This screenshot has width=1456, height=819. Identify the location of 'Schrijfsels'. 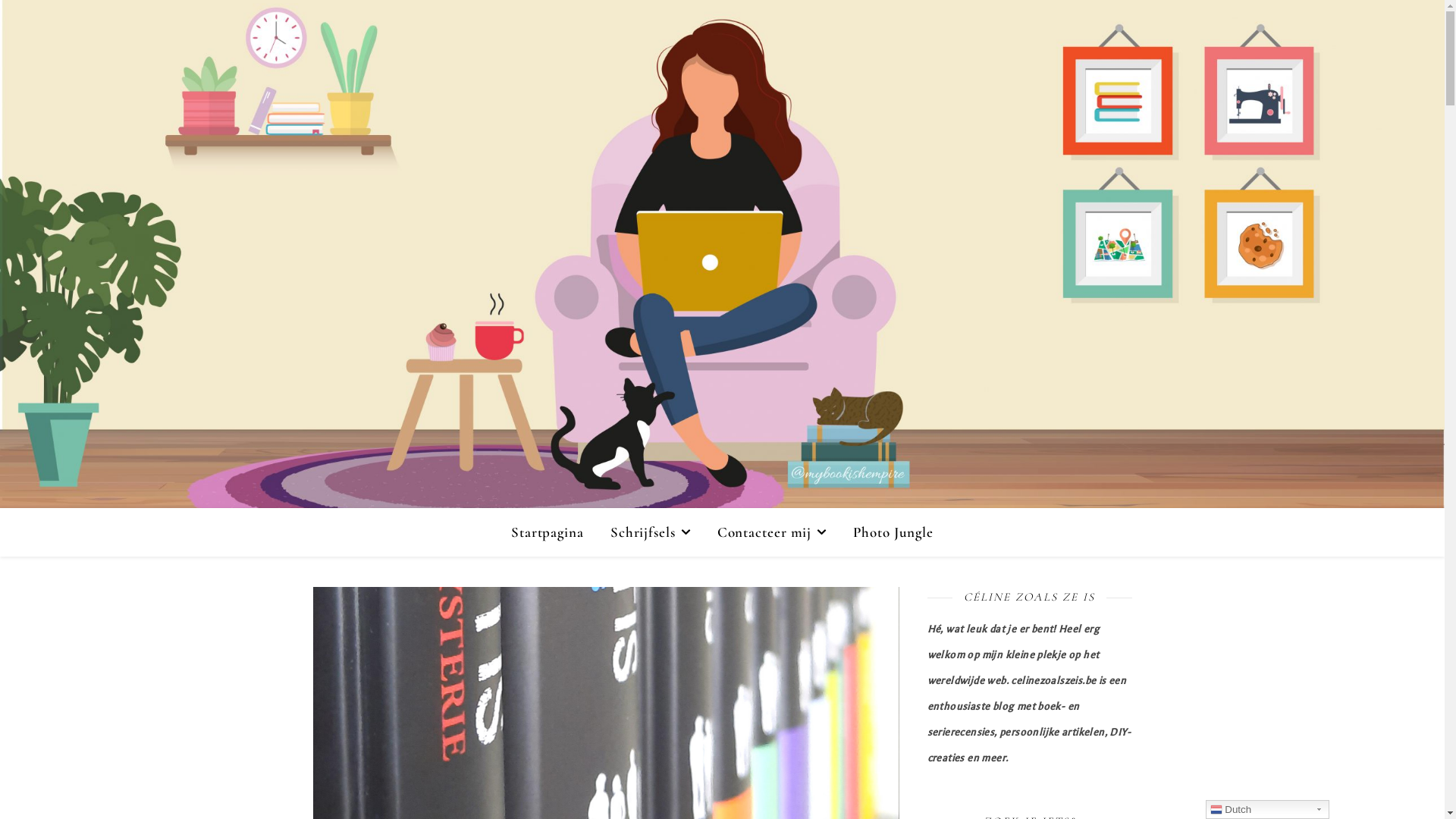
(651, 532).